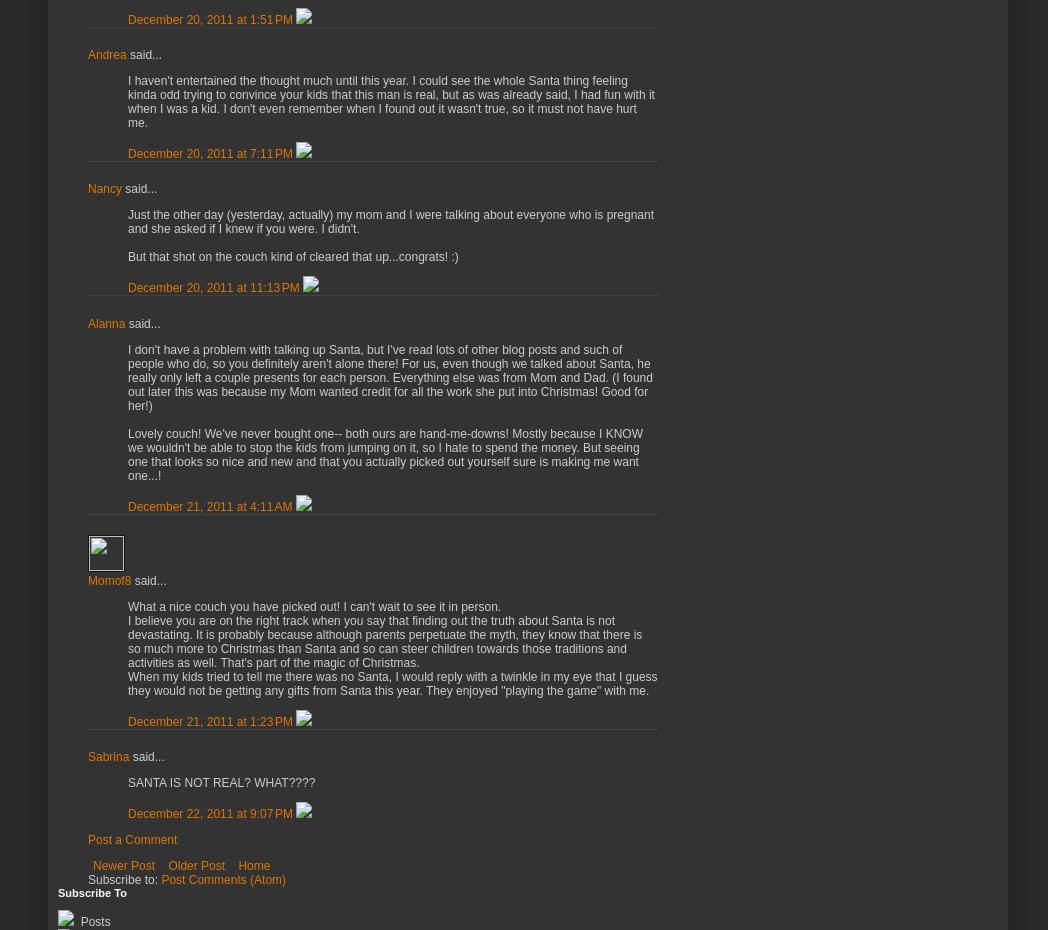  I want to click on 'Post Comments (Atom)', so click(223, 879).